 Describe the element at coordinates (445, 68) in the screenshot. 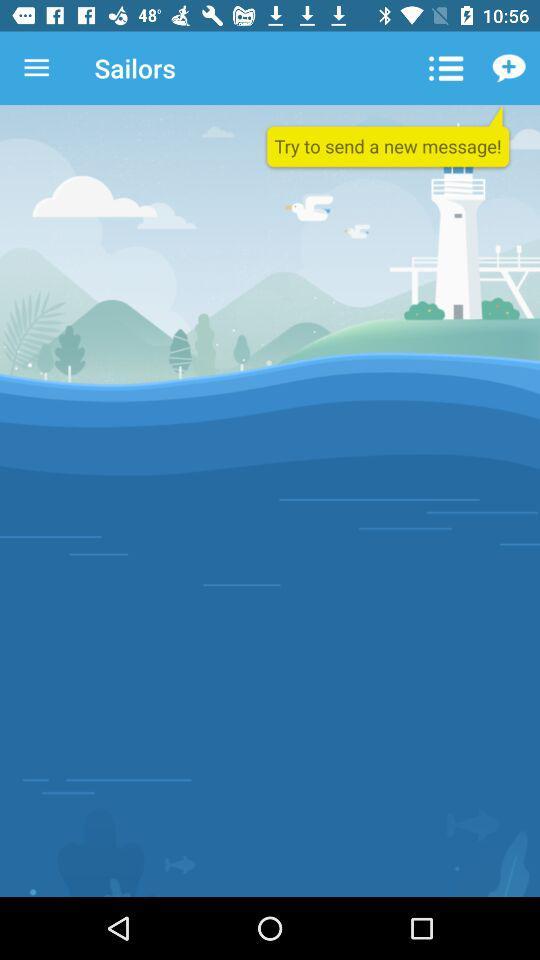

I see `the icon next to the sailors` at that location.